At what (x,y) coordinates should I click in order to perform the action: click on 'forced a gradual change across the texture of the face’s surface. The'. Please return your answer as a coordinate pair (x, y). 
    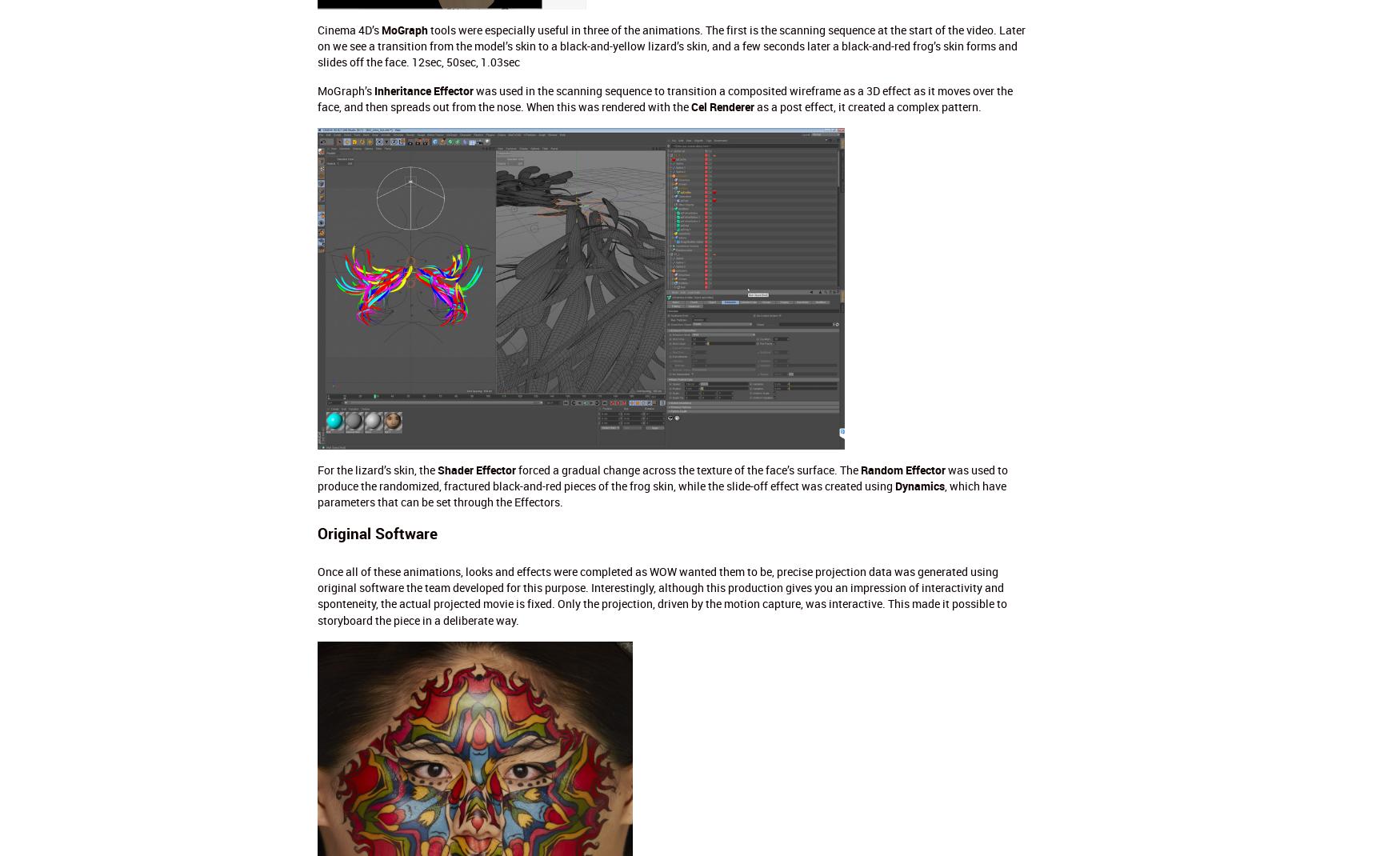
    Looking at the image, I should click on (687, 468).